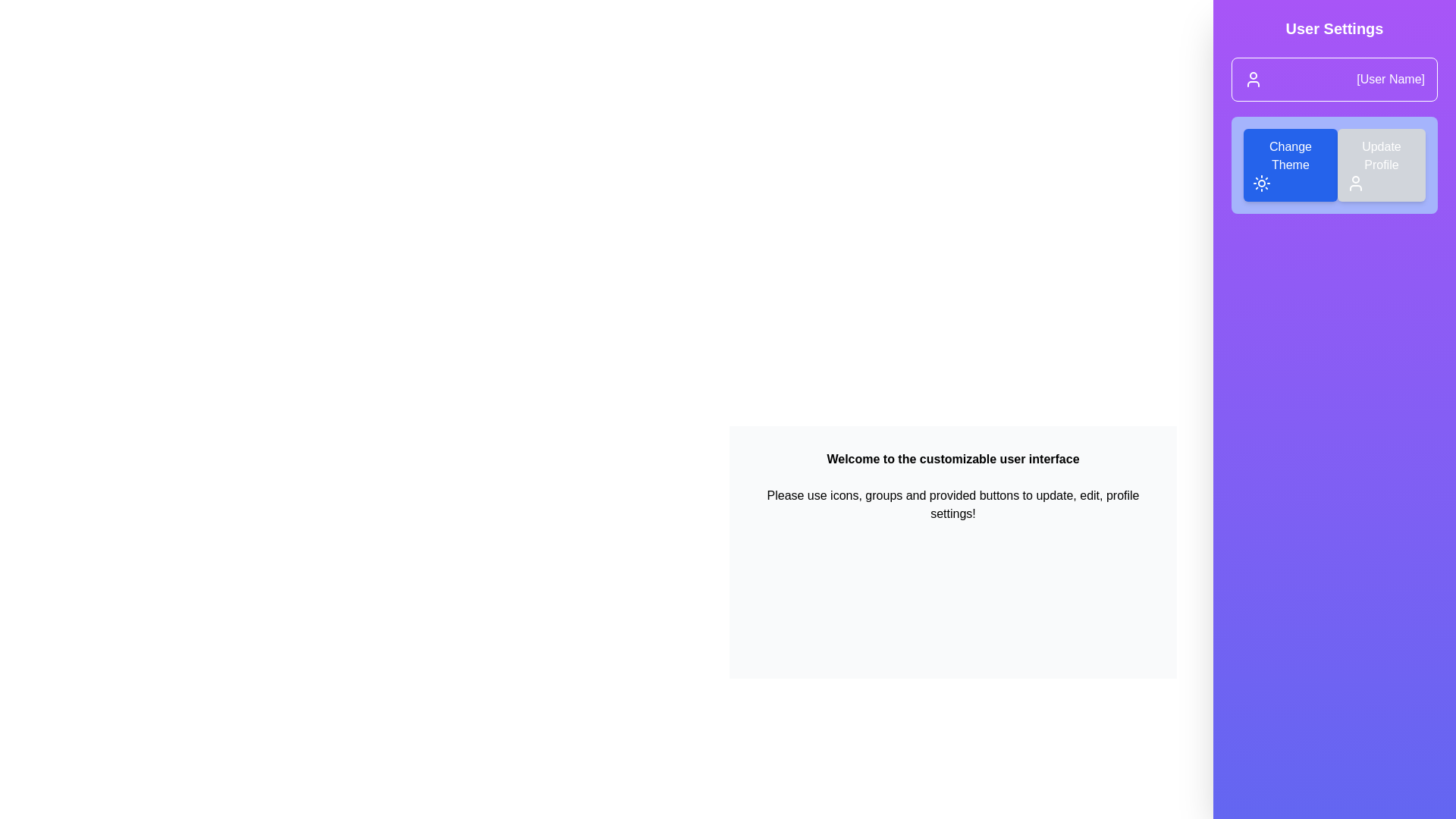 Image resolution: width=1456 pixels, height=819 pixels. What do you see at coordinates (1425, 30) in the screenshot?
I see `button at the top-right corner to toggle the drawer open or close` at bounding box center [1425, 30].